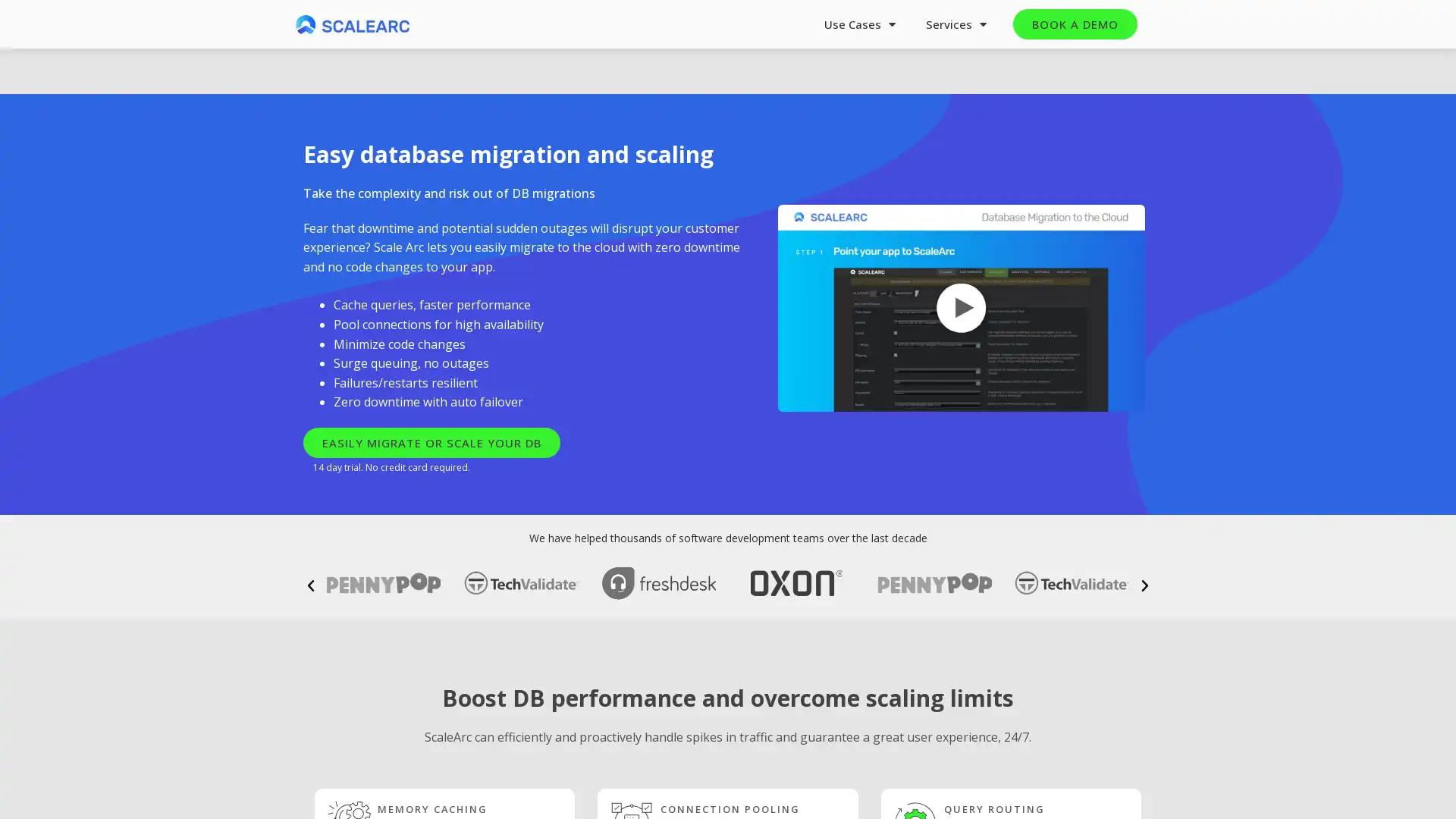 The height and width of the screenshot is (819, 1456). I want to click on Next slide, so click(1145, 585).